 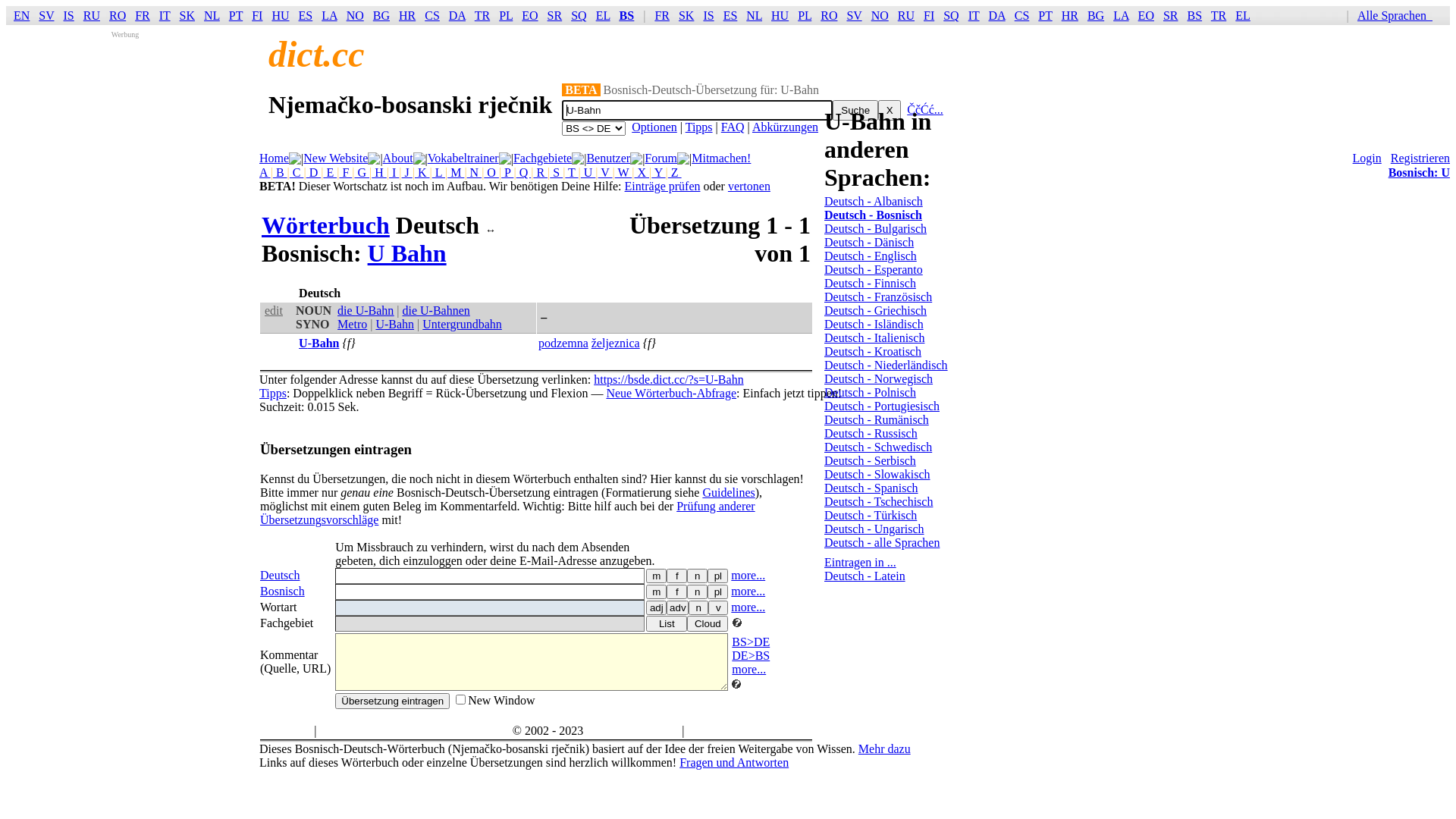 What do you see at coordinates (108, 15) in the screenshot?
I see `'RO'` at bounding box center [108, 15].